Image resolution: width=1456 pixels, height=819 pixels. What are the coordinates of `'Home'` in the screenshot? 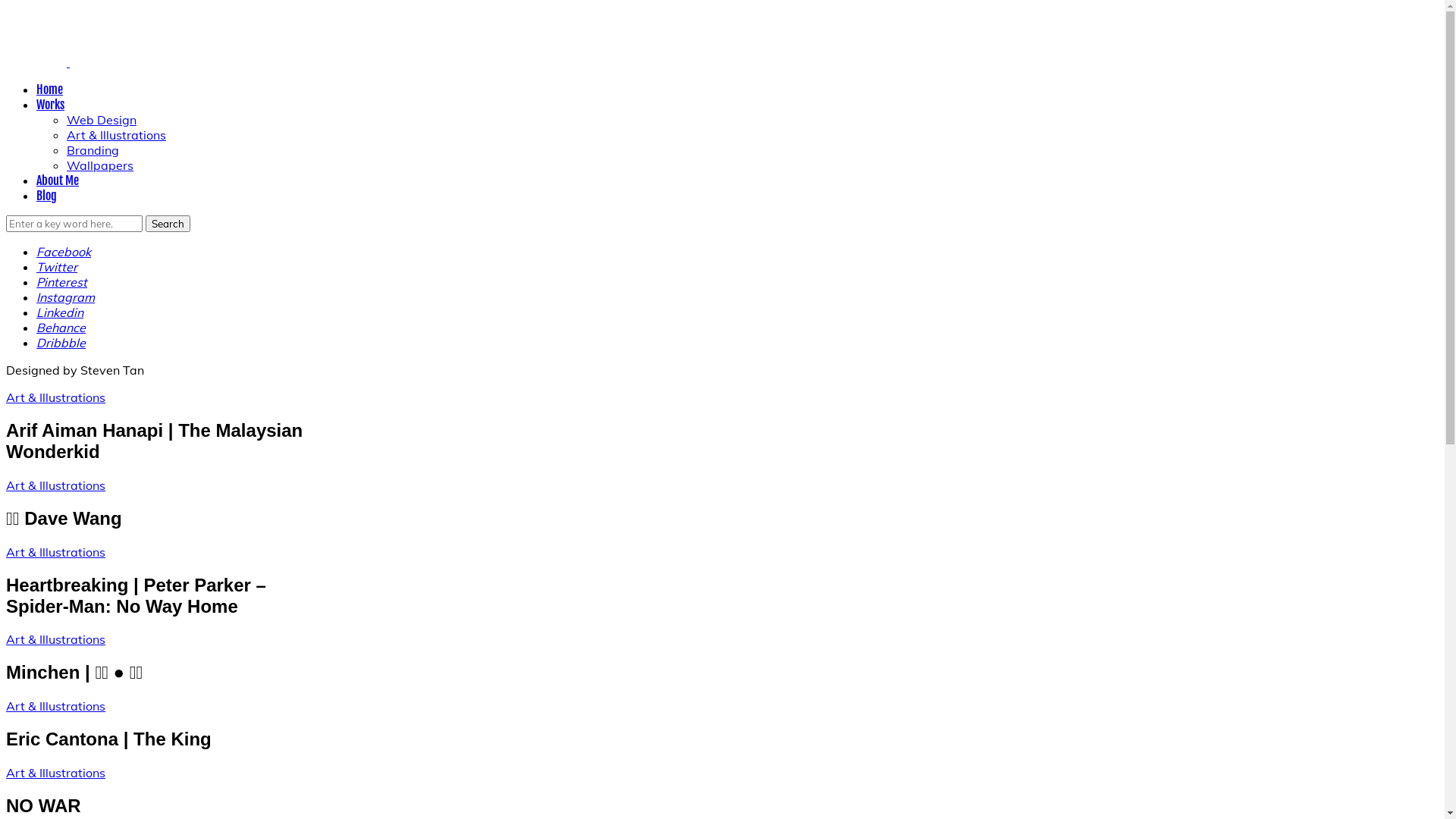 It's located at (49, 89).